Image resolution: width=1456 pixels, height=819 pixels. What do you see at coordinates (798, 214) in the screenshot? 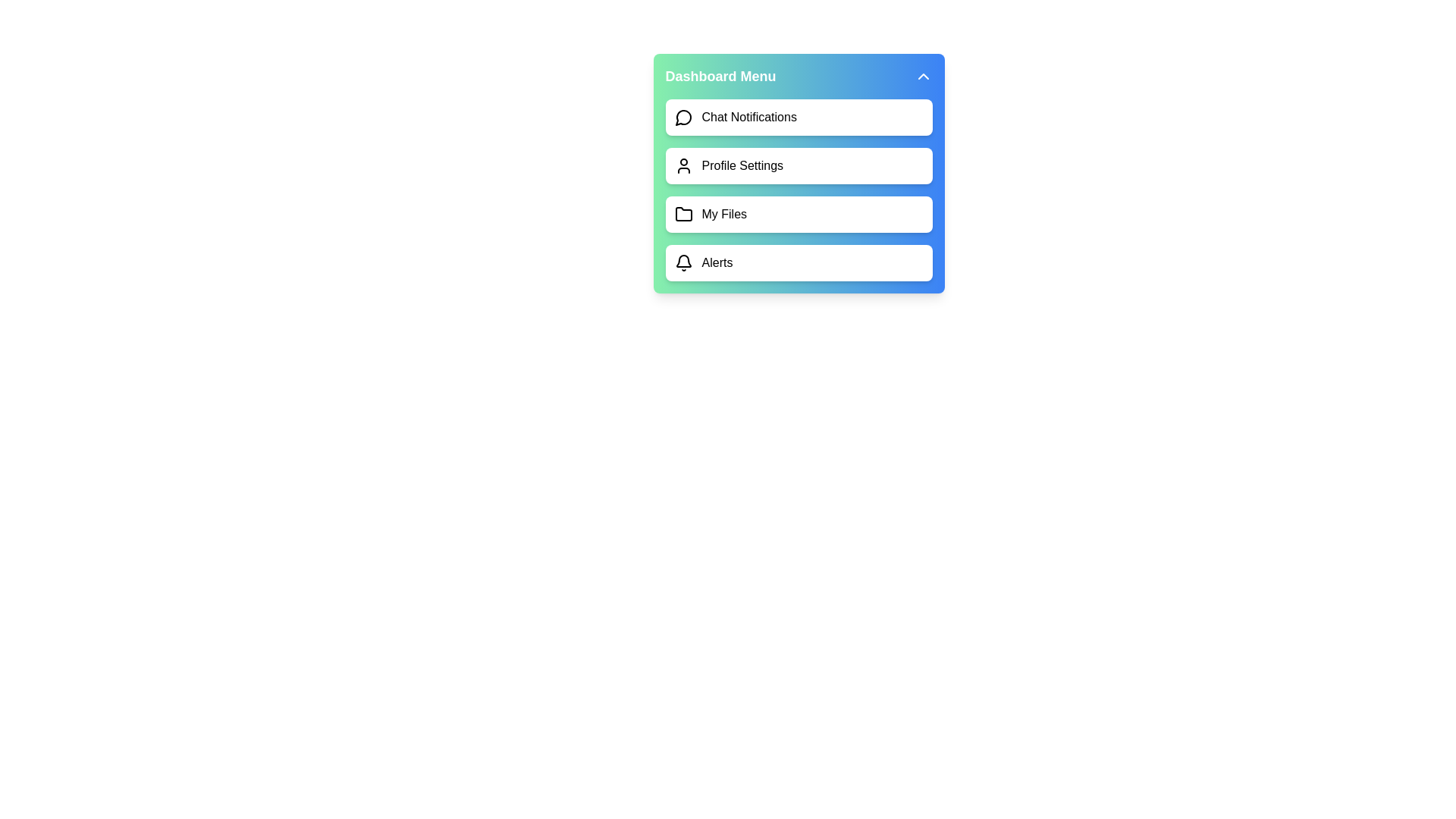
I see `the menu item My Files to observe its hover effect` at bounding box center [798, 214].